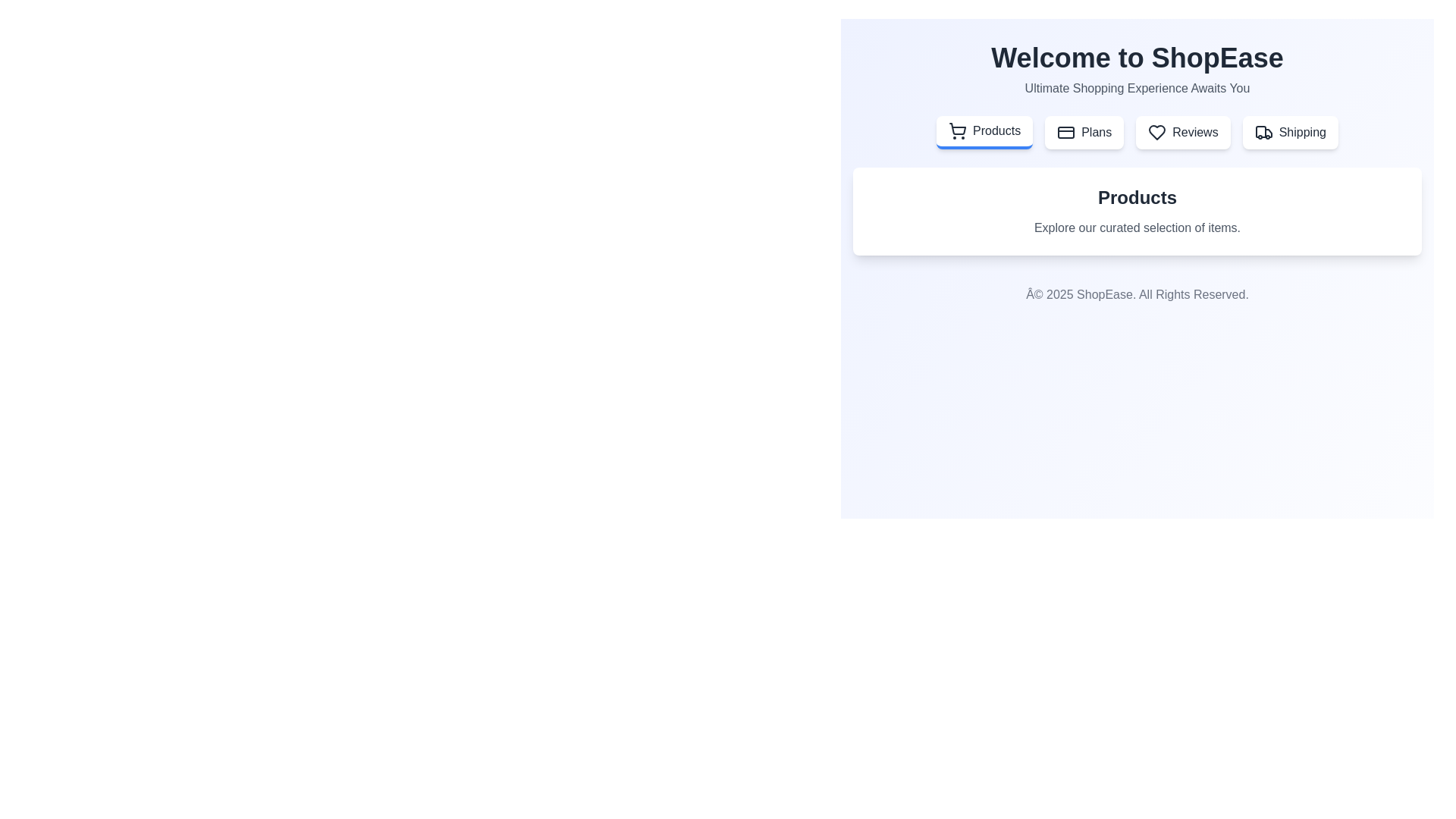 This screenshot has height=819, width=1456. I want to click on the static text label that says 'Ultimate Shopping Experience Awaits You', which is positioned directly below the title 'Welcome to ShopEase', so click(1137, 88).